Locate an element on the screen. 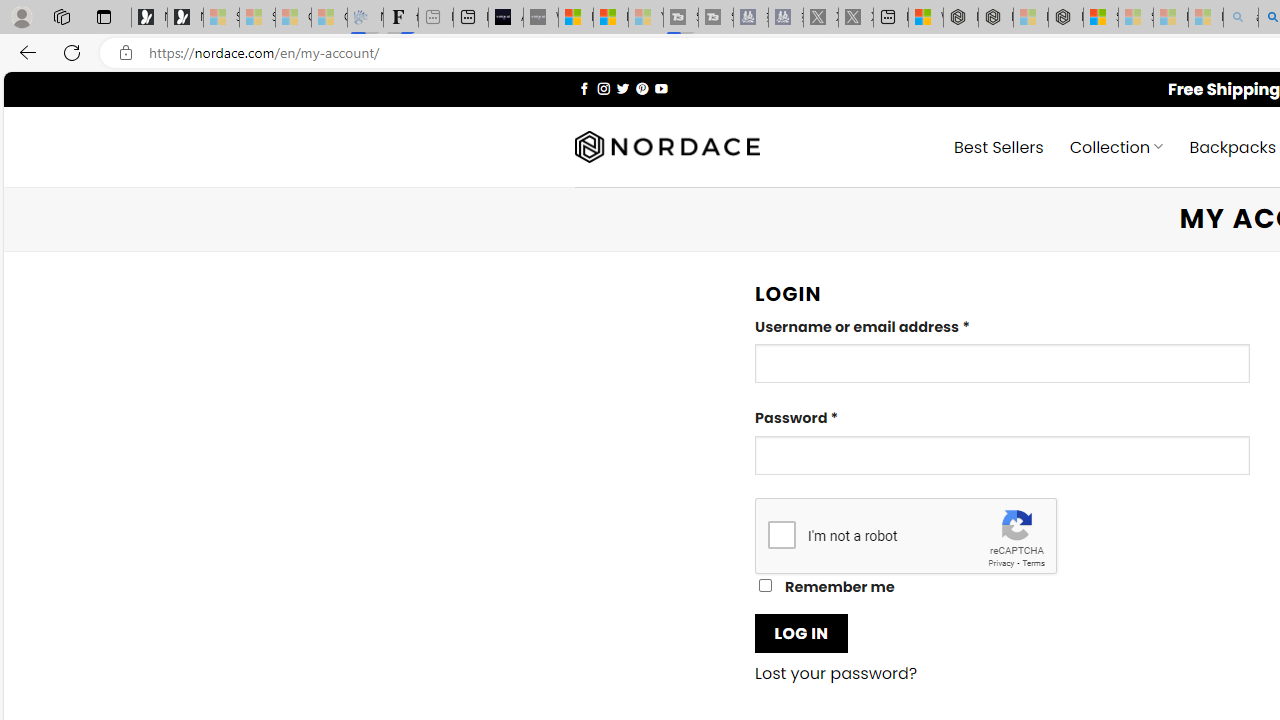  'Privacy' is located at coordinates (1001, 563).